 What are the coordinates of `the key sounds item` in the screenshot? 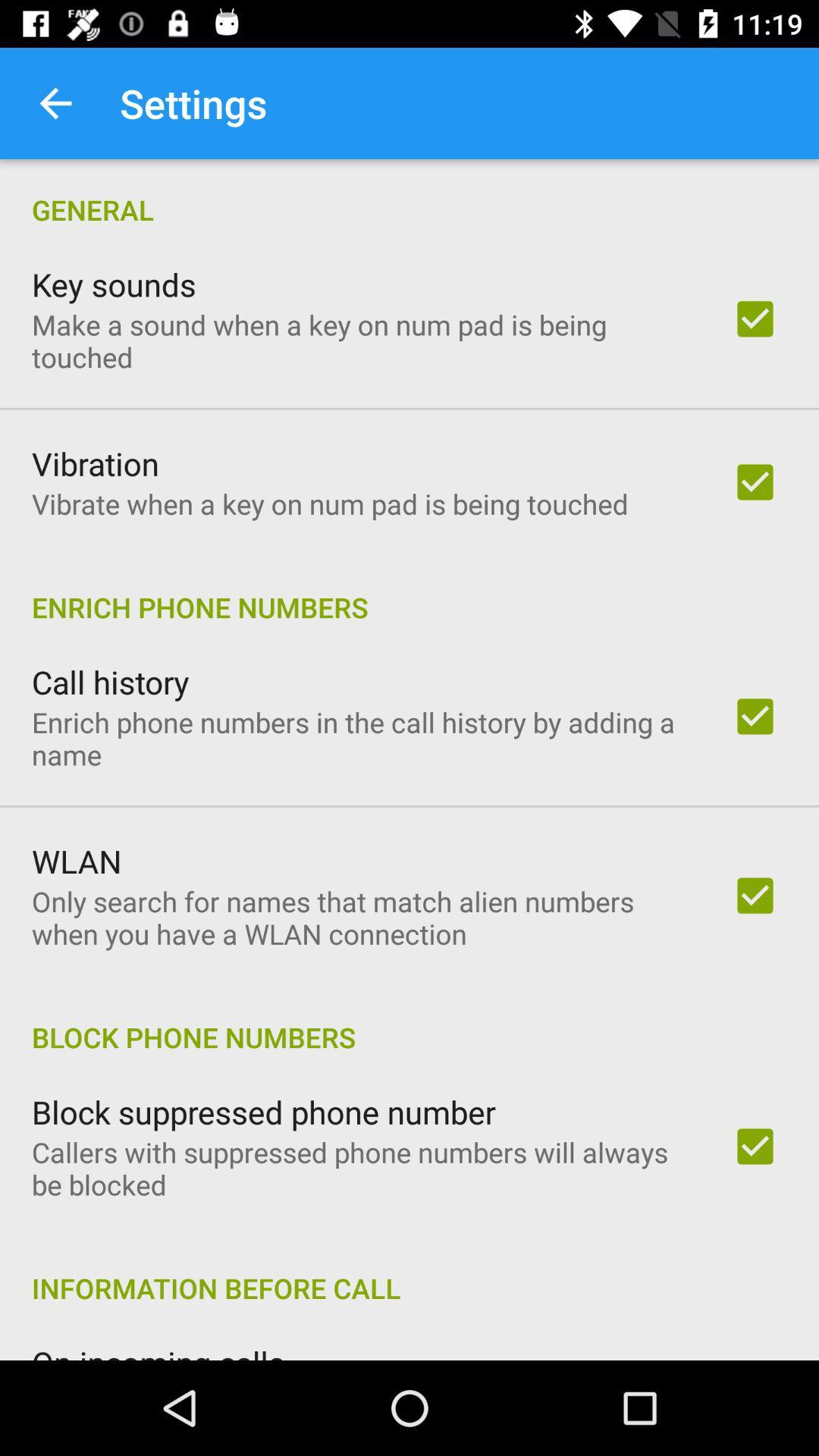 It's located at (113, 284).